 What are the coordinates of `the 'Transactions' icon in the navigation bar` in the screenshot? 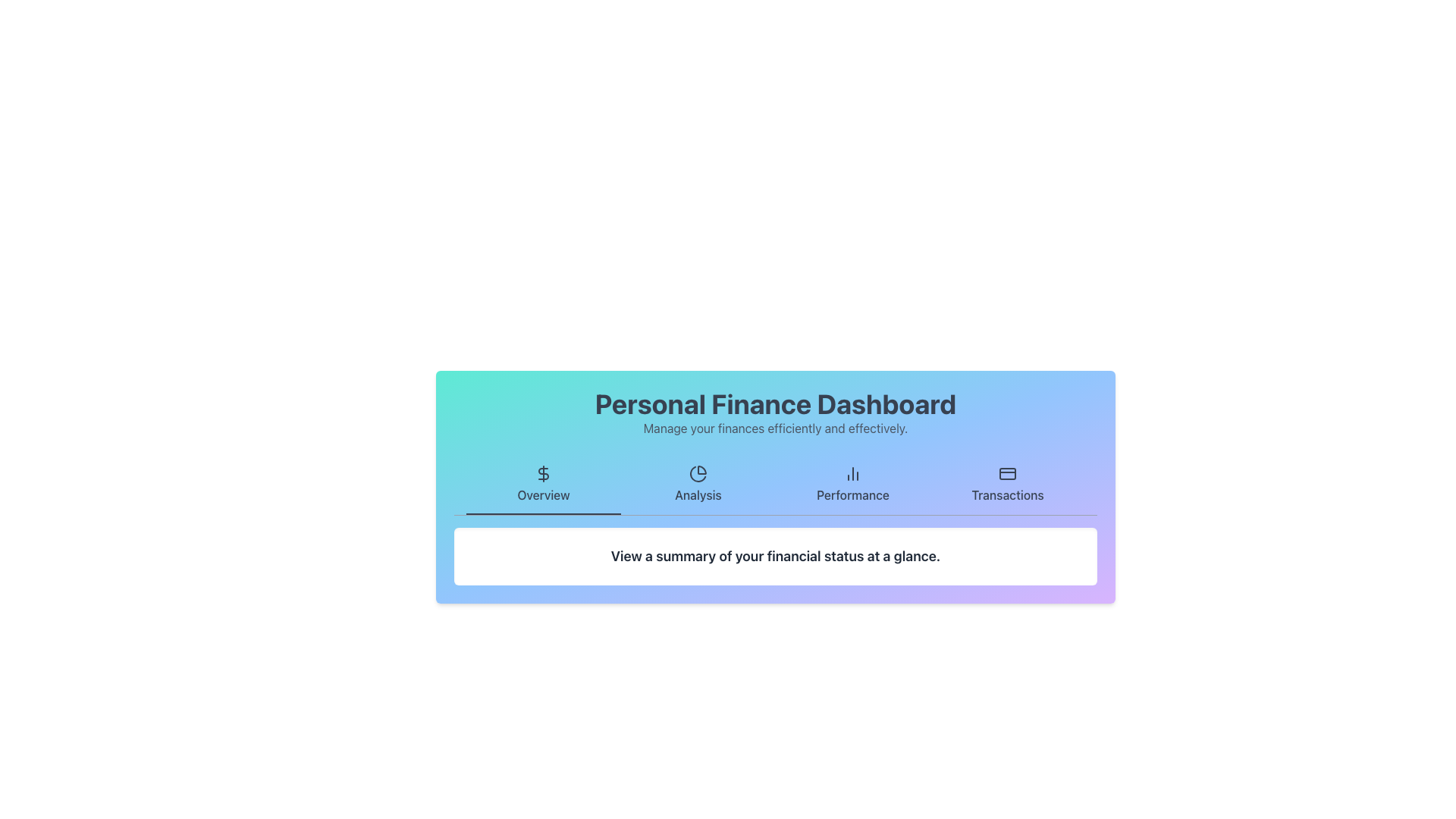 It's located at (1008, 472).